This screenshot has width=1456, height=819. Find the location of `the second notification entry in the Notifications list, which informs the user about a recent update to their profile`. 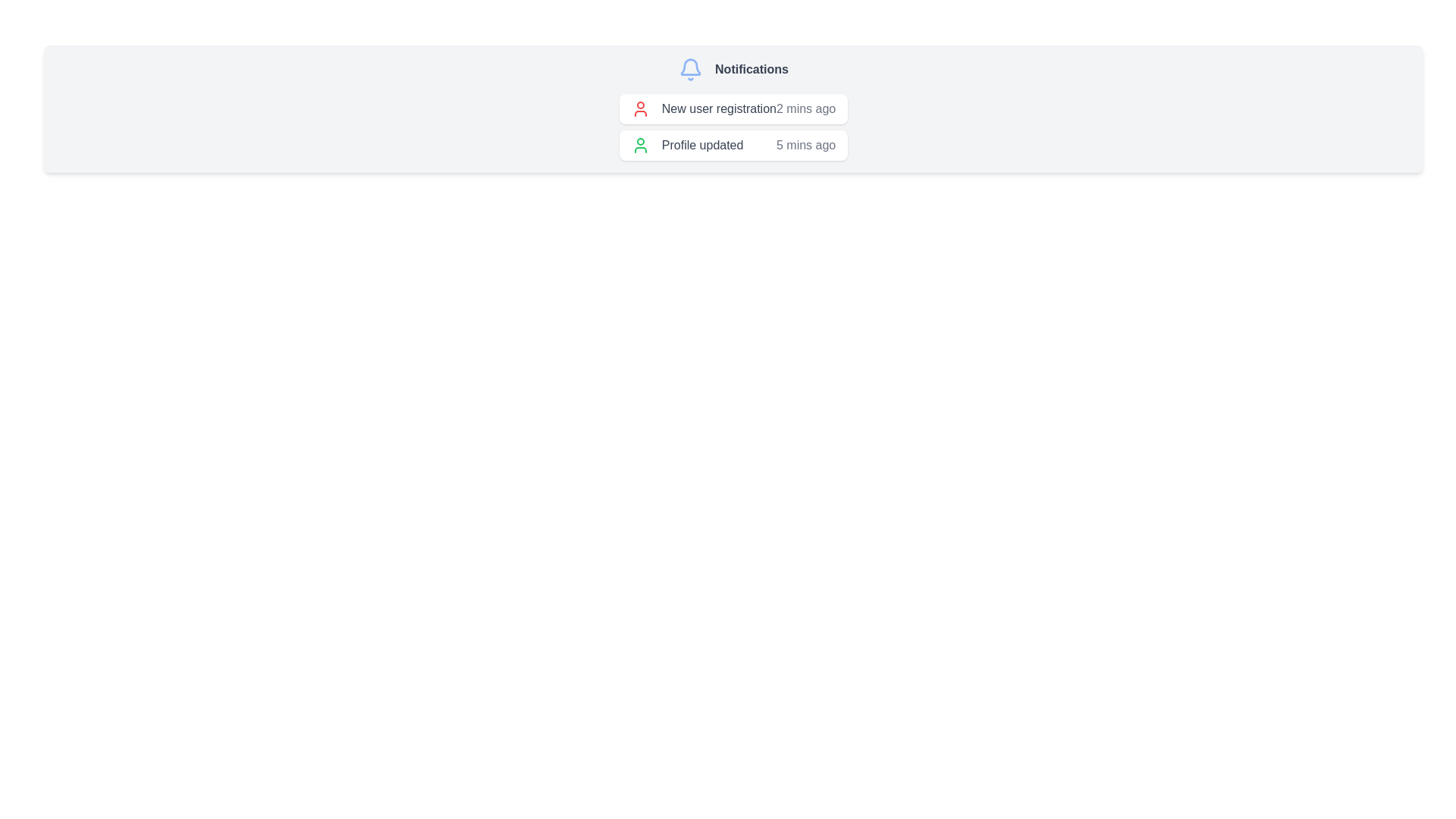

the second notification entry in the Notifications list, which informs the user about a recent update to their profile is located at coordinates (733, 146).